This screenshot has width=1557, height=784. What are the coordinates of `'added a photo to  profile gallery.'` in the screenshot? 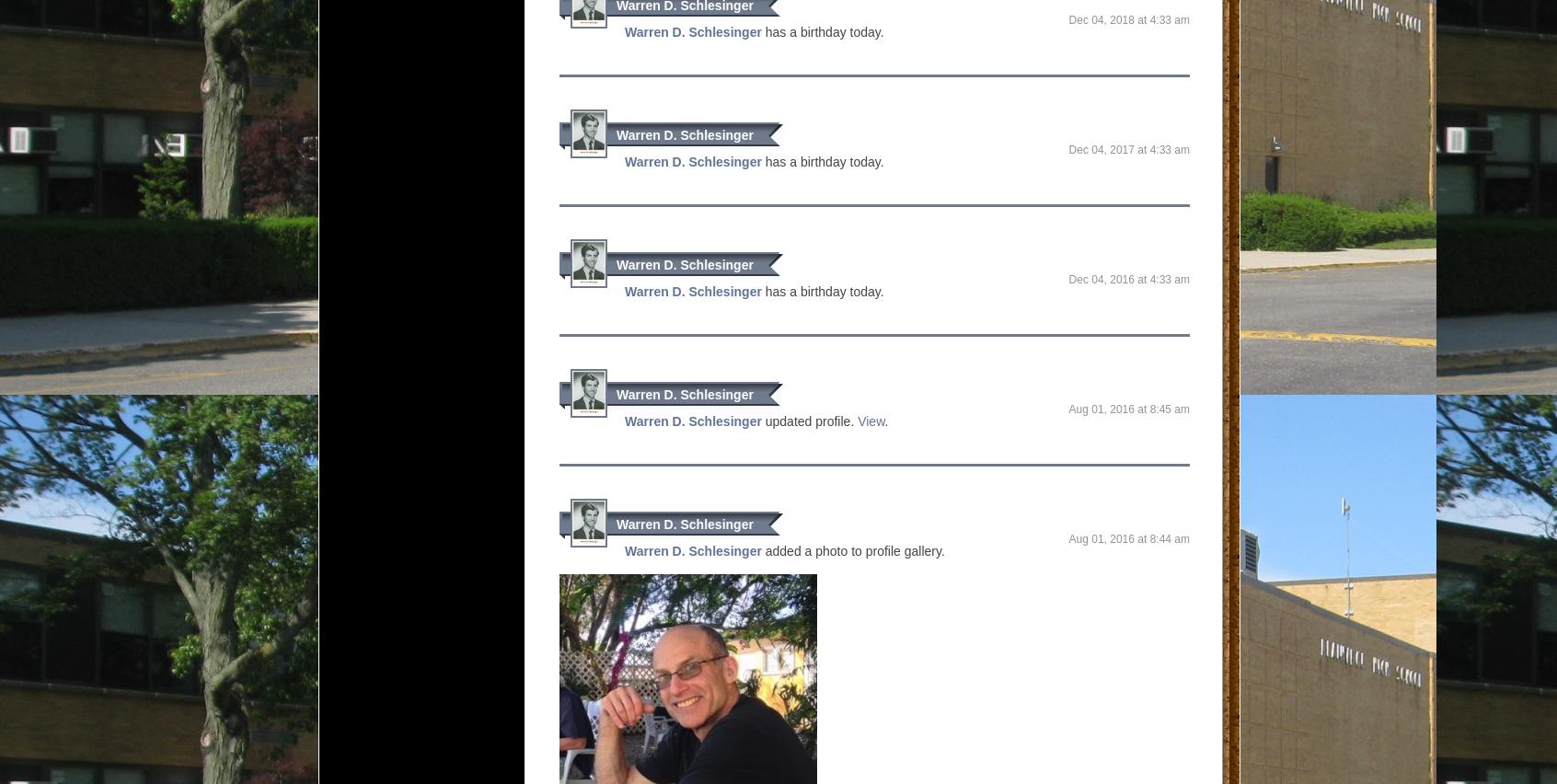 It's located at (852, 550).